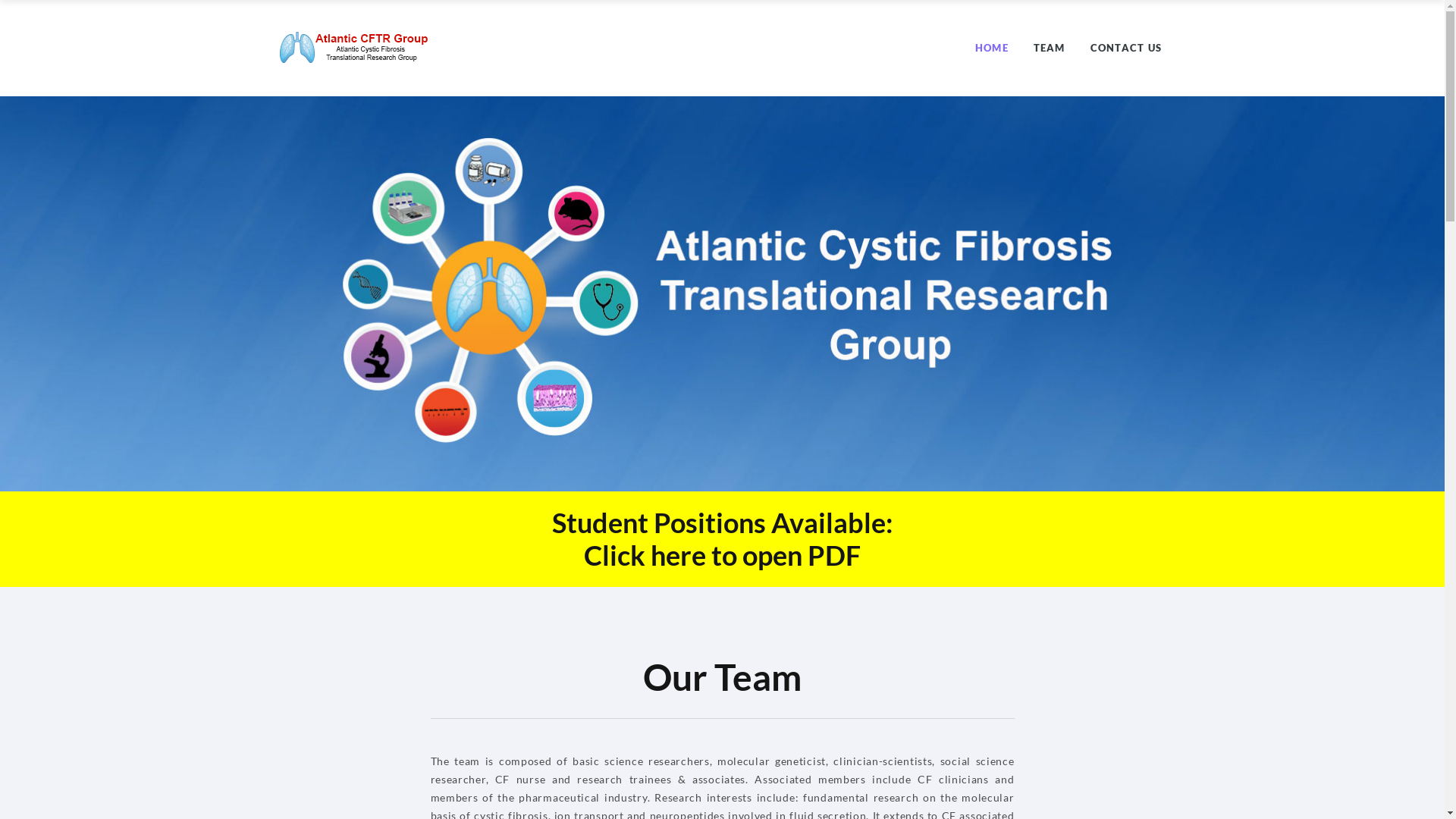  I want to click on 'CONTACT US', so click(1090, 46).